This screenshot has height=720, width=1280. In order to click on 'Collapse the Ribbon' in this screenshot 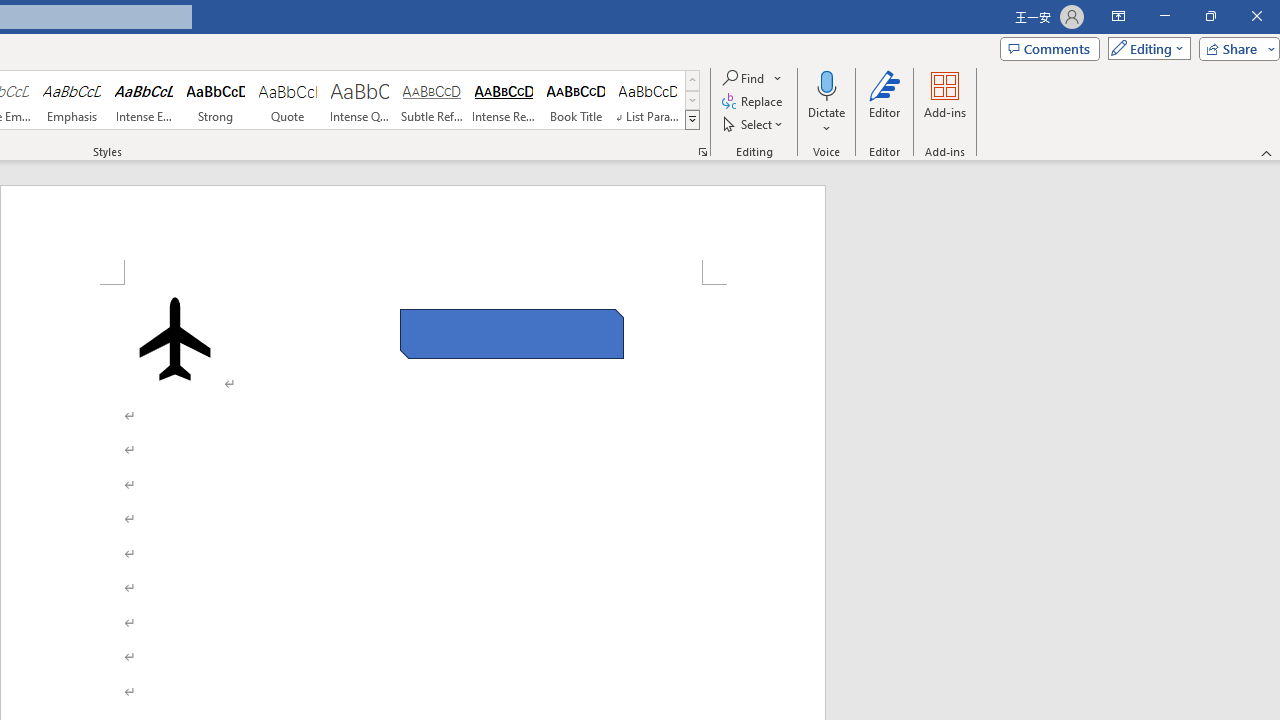, I will do `click(1266, 152)`.